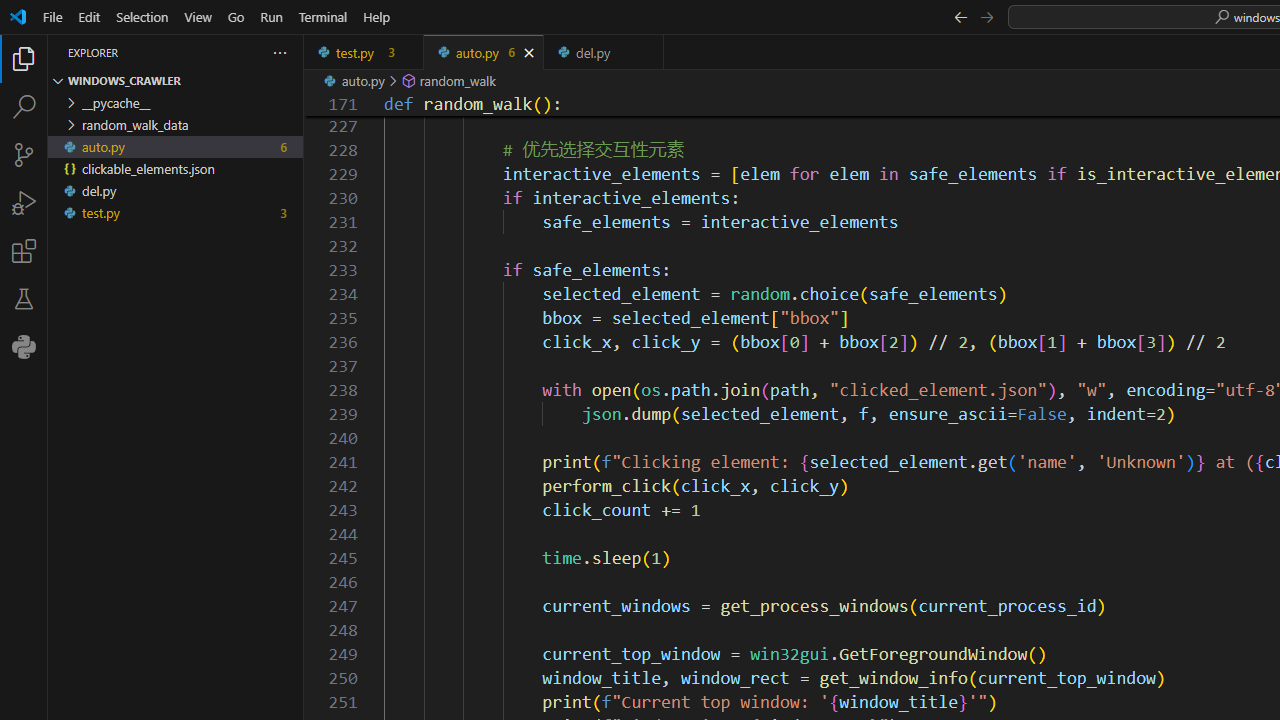 This screenshot has height=720, width=1280. Describe the element at coordinates (648, 51) in the screenshot. I see `'Close (Ctrl+F4)'` at that location.